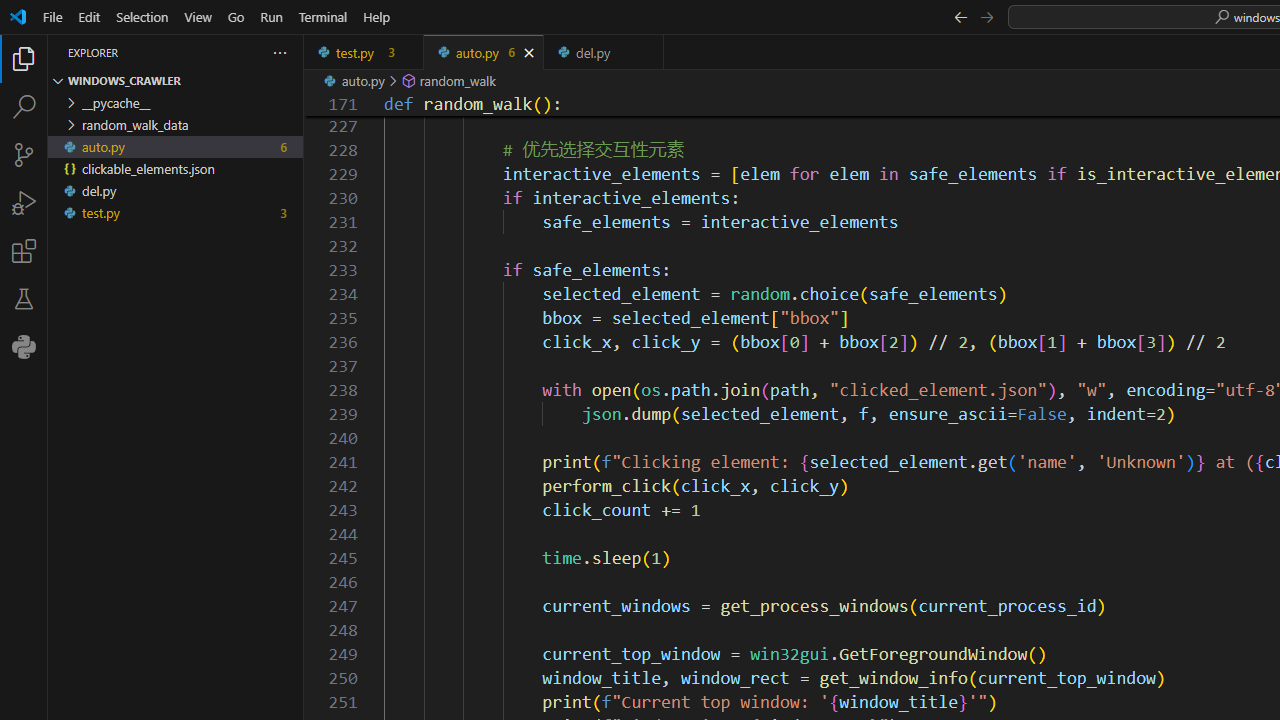 This screenshot has height=720, width=1280. Describe the element at coordinates (648, 51) in the screenshot. I see `'Close (Ctrl+F4)'` at that location.